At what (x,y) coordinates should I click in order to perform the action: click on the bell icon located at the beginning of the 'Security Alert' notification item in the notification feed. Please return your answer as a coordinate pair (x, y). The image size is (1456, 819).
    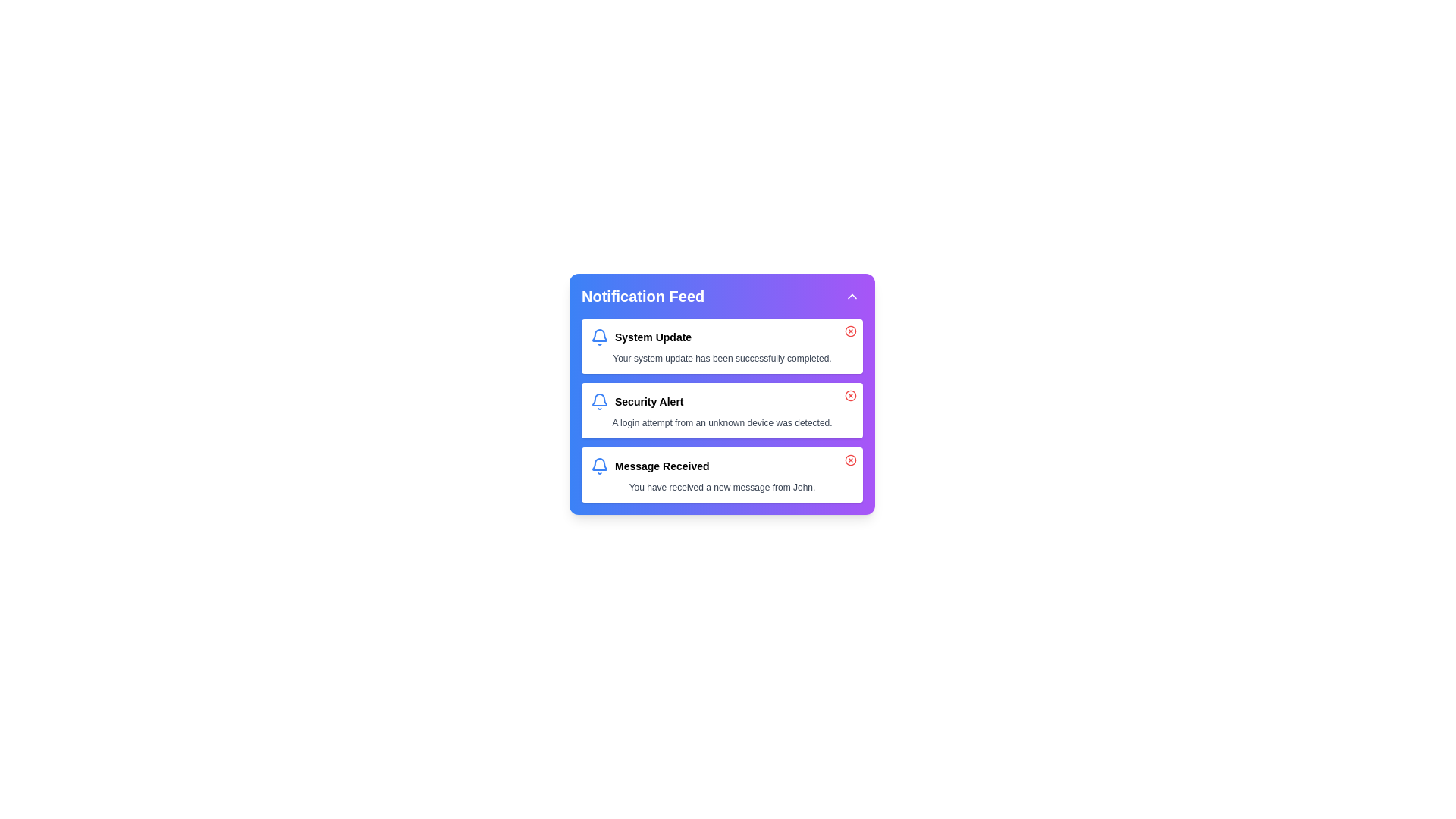
    Looking at the image, I should click on (599, 400).